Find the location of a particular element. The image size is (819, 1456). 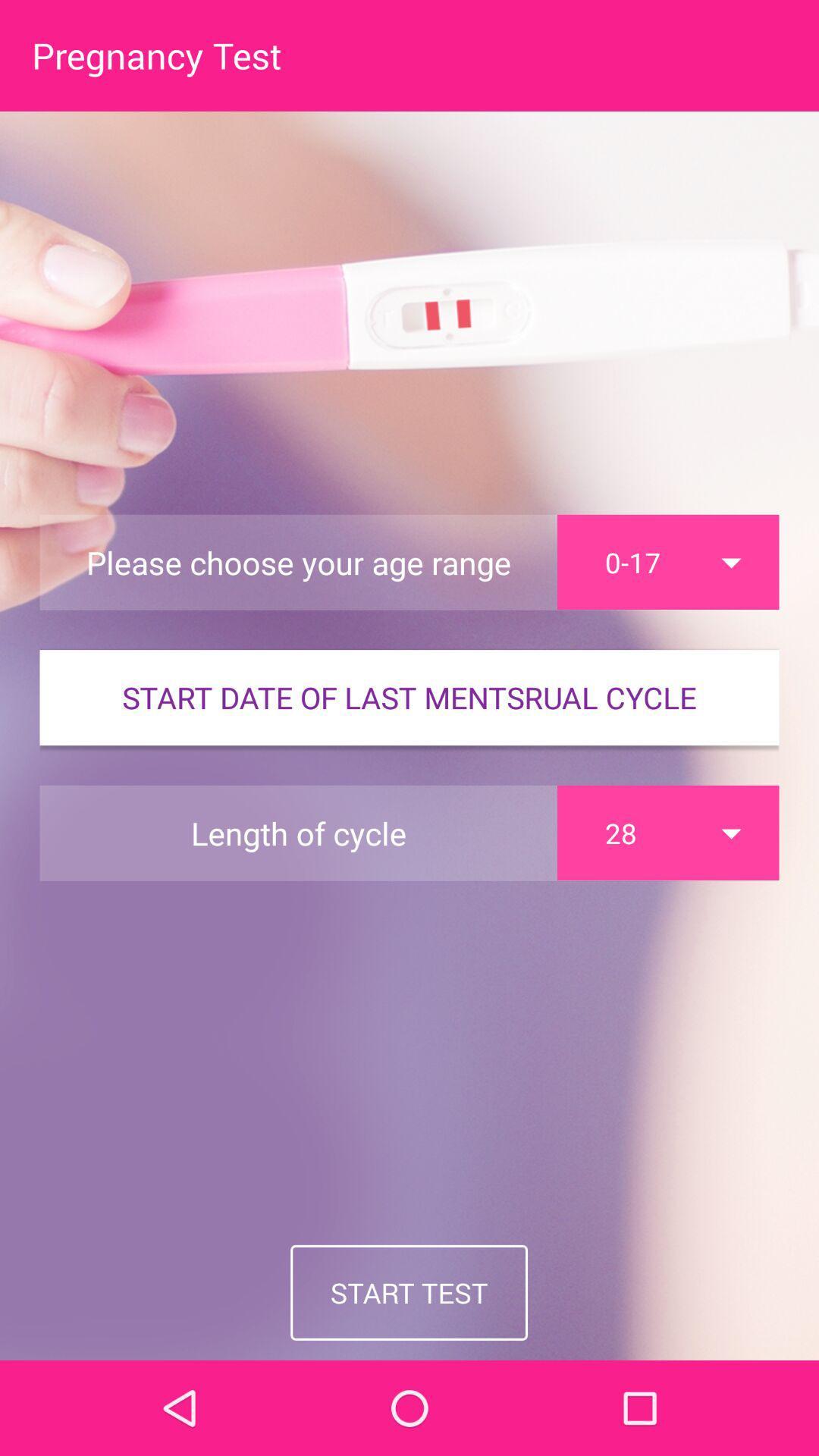

the item below length of cycle icon is located at coordinates (408, 1291).